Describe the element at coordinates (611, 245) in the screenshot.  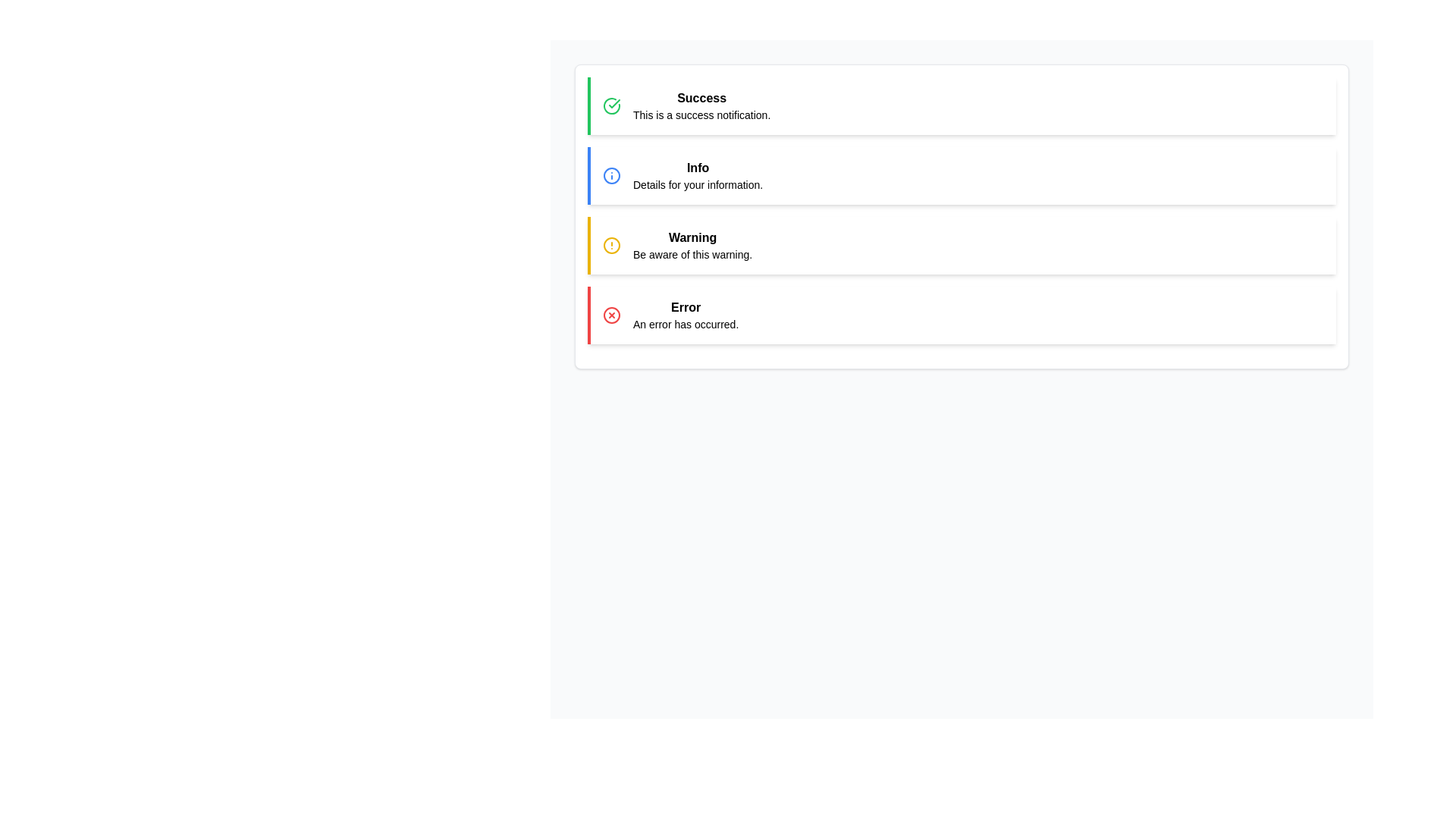
I see `the warning icon located within the 'Warning' notification box, positioned on the left side adjacent to the text content` at that location.